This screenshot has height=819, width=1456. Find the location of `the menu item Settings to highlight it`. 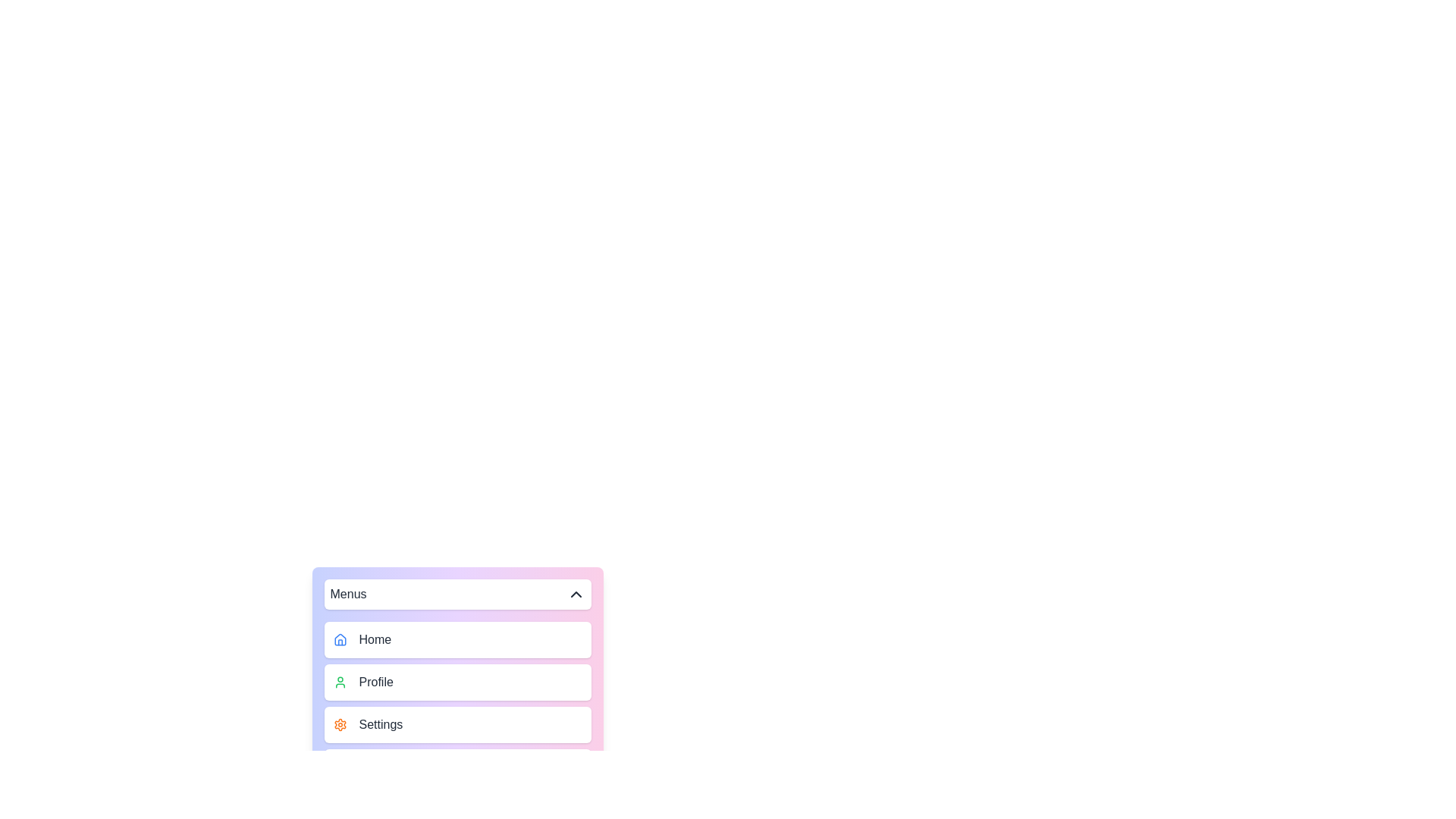

the menu item Settings to highlight it is located at coordinates (457, 724).